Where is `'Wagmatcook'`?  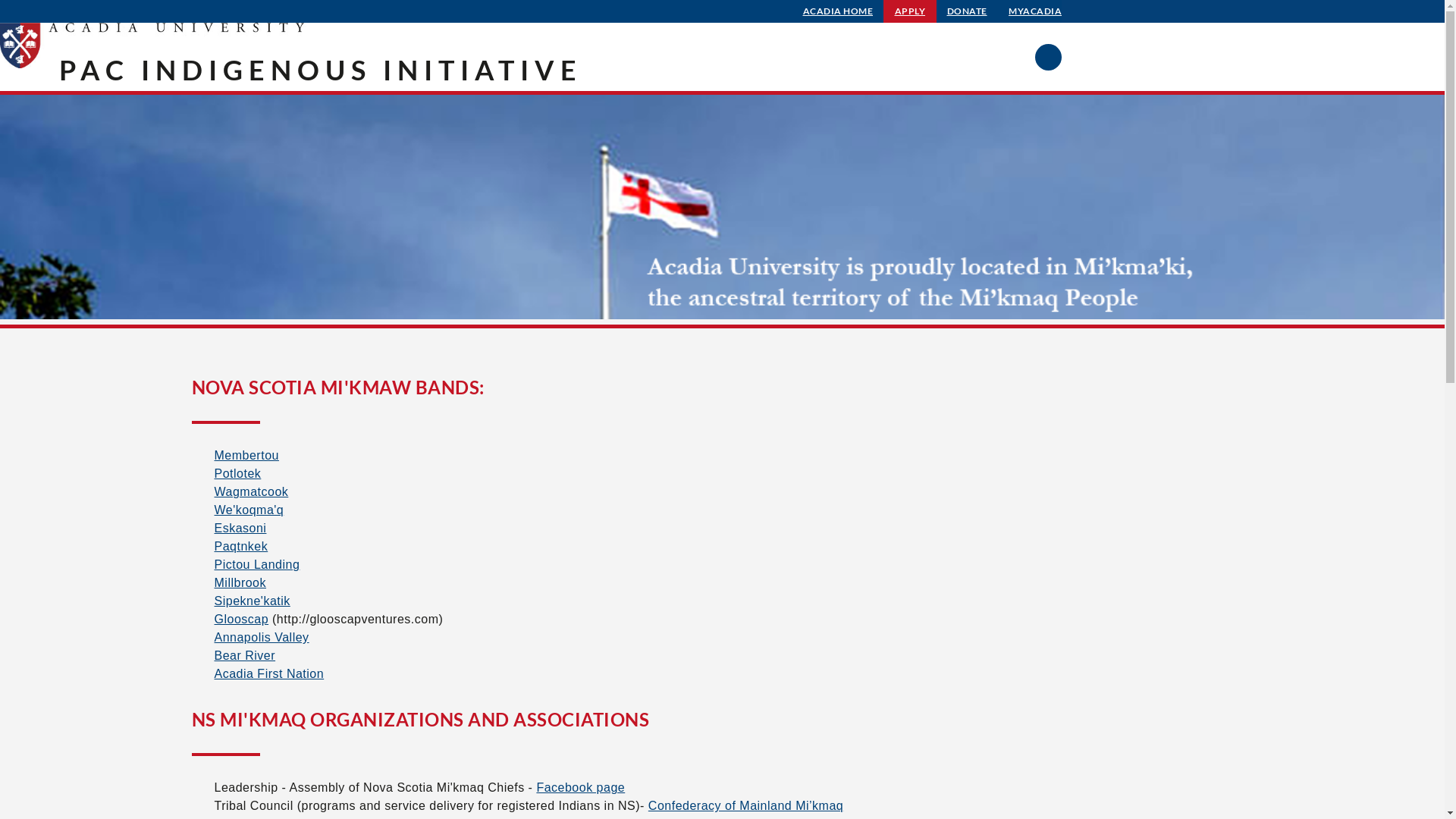 'Wagmatcook' is located at coordinates (251, 491).